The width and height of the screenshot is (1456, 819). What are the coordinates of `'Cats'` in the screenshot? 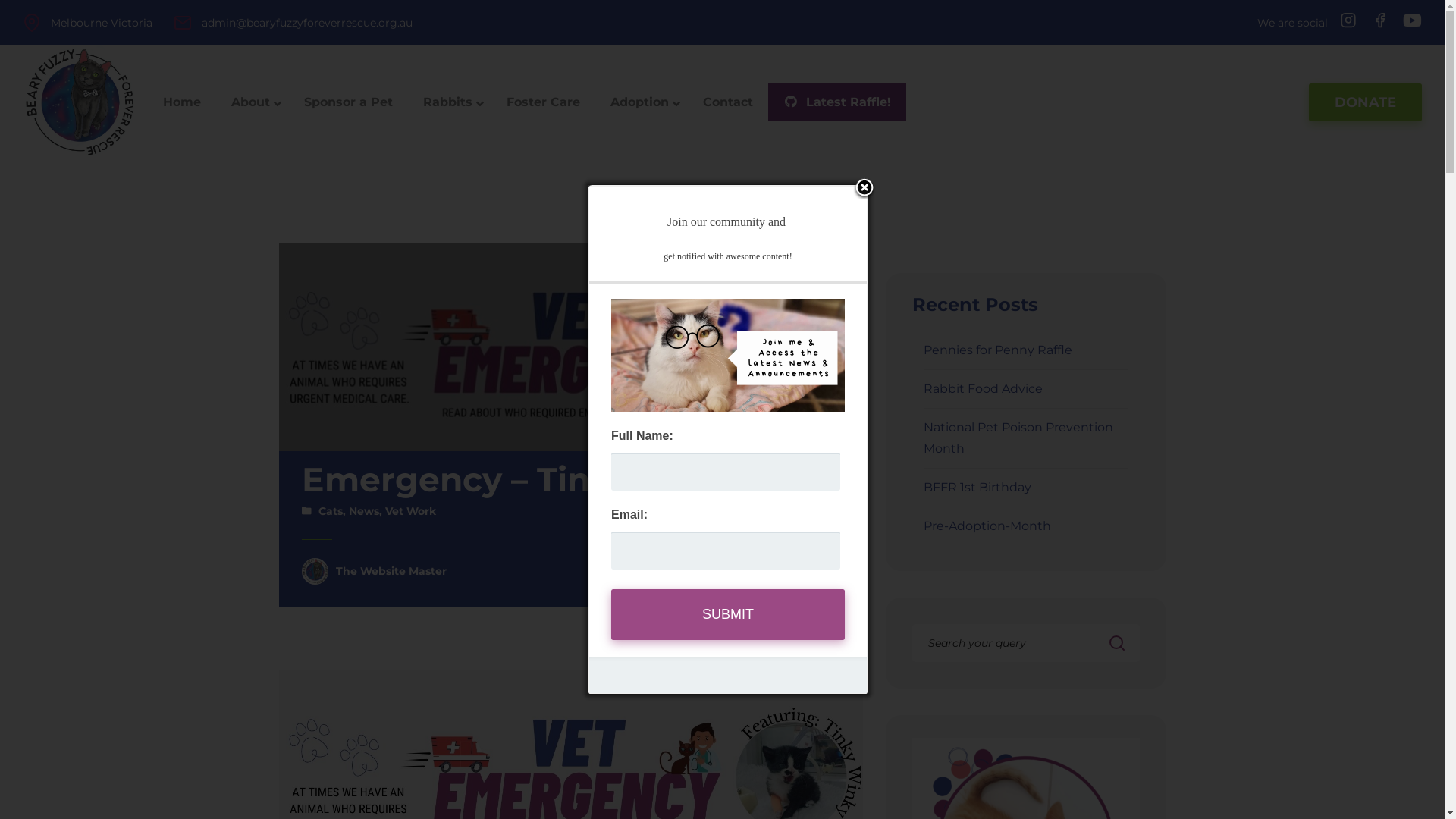 It's located at (330, 511).